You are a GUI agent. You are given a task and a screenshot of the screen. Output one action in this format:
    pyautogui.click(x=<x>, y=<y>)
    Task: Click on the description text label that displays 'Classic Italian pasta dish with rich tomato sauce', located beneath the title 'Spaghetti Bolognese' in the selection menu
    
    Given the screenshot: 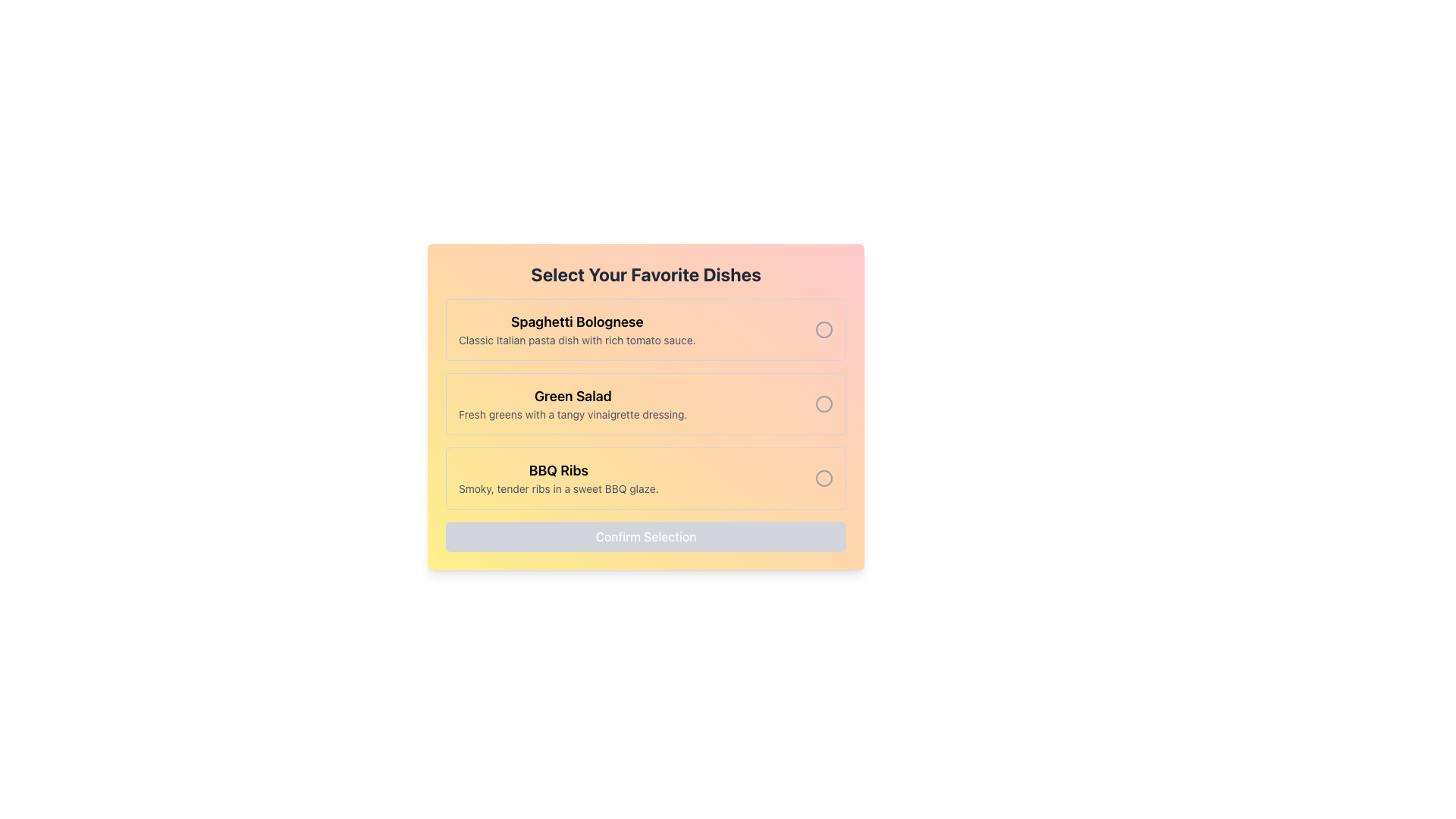 What is the action you would take?
    pyautogui.click(x=576, y=339)
    